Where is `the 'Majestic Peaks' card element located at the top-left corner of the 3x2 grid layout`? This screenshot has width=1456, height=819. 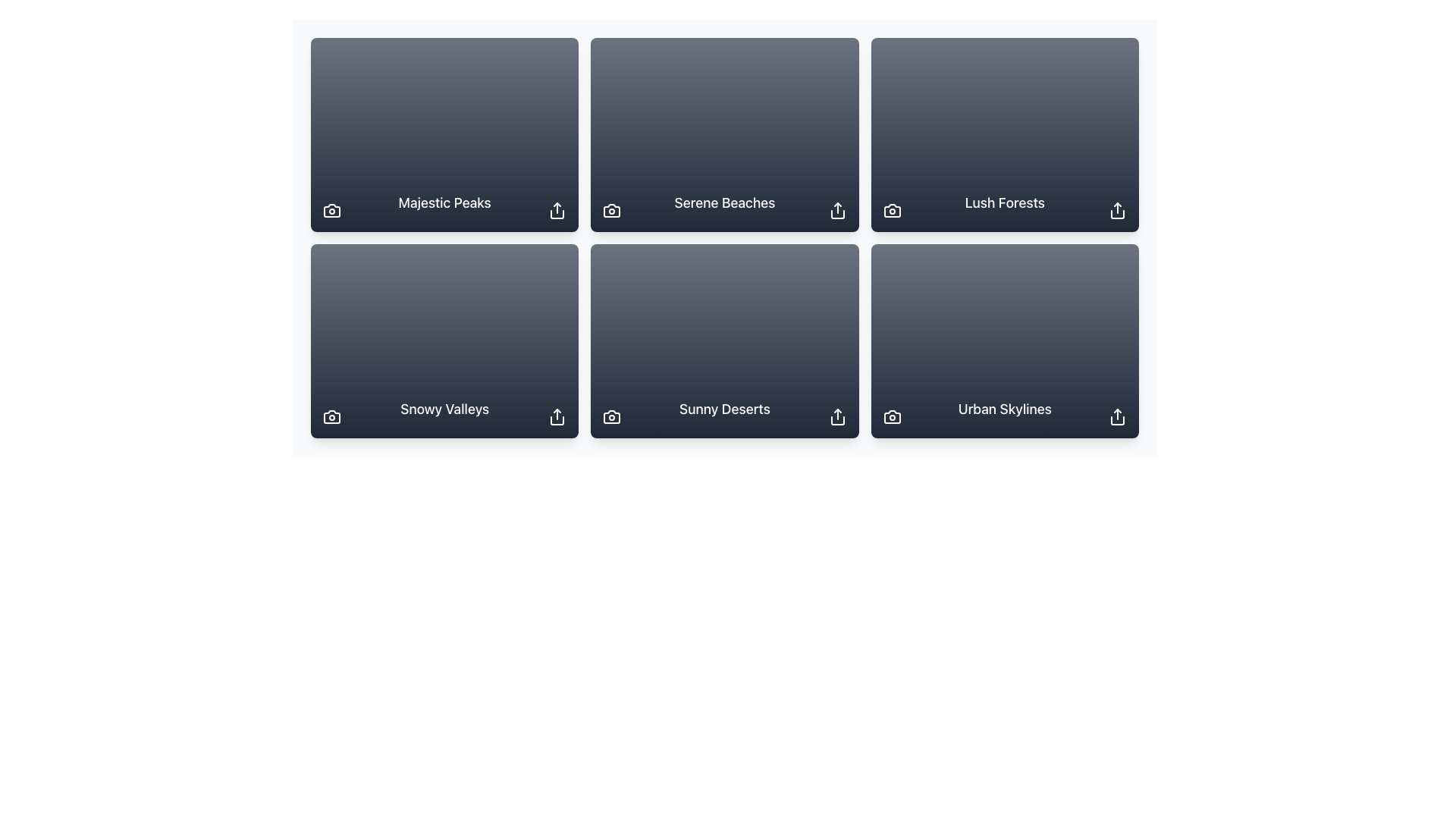
the 'Majestic Peaks' card element located at the top-left corner of the 3x2 grid layout is located at coordinates (444, 133).